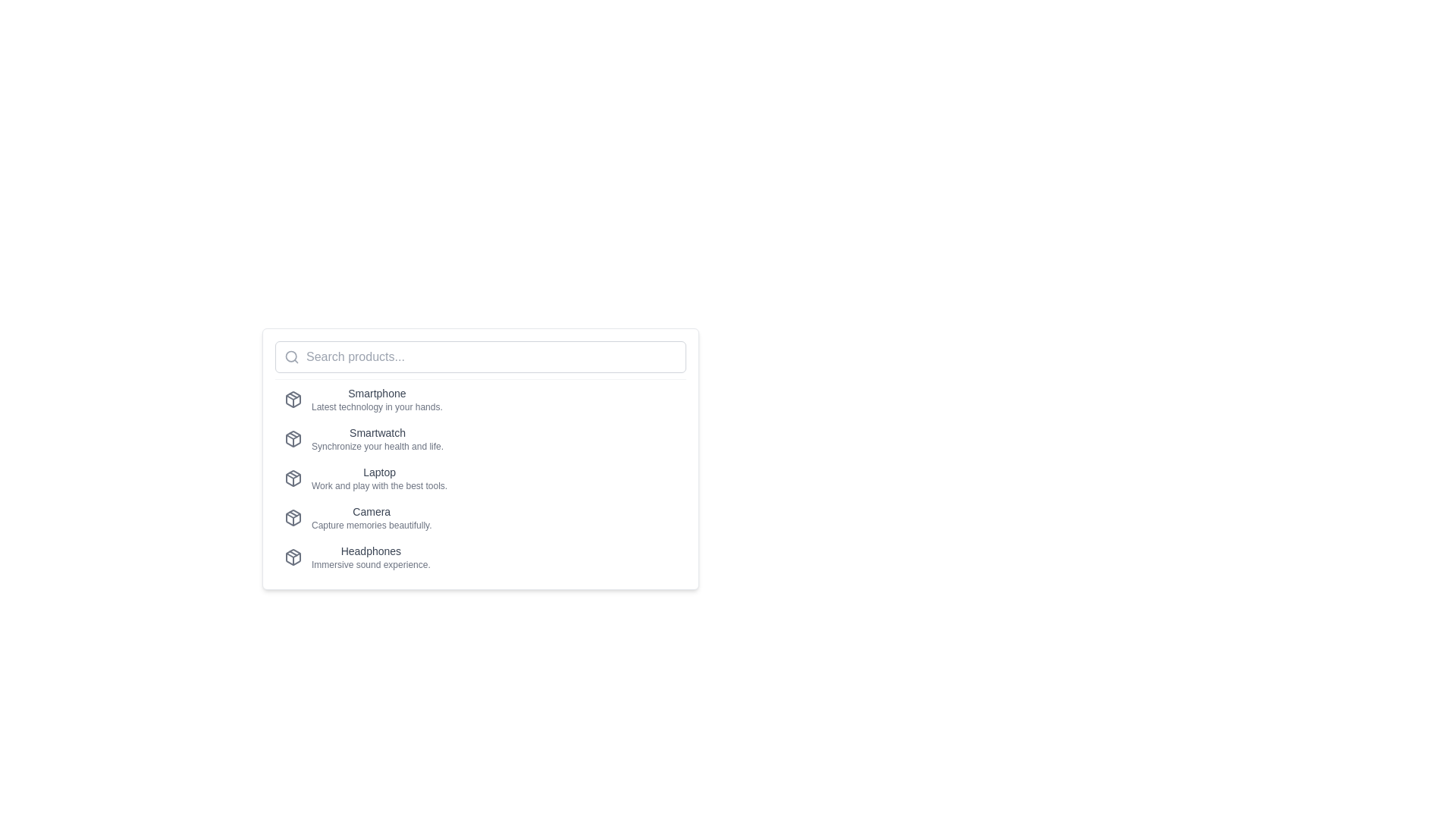 The height and width of the screenshot is (819, 1456). What do you see at coordinates (377, 393) in the screenshot?
I see `text displayed in the header or title Text Label located in the top-left portion of the list, directly below the search bar in the modal` at bounding box center [377, 393].